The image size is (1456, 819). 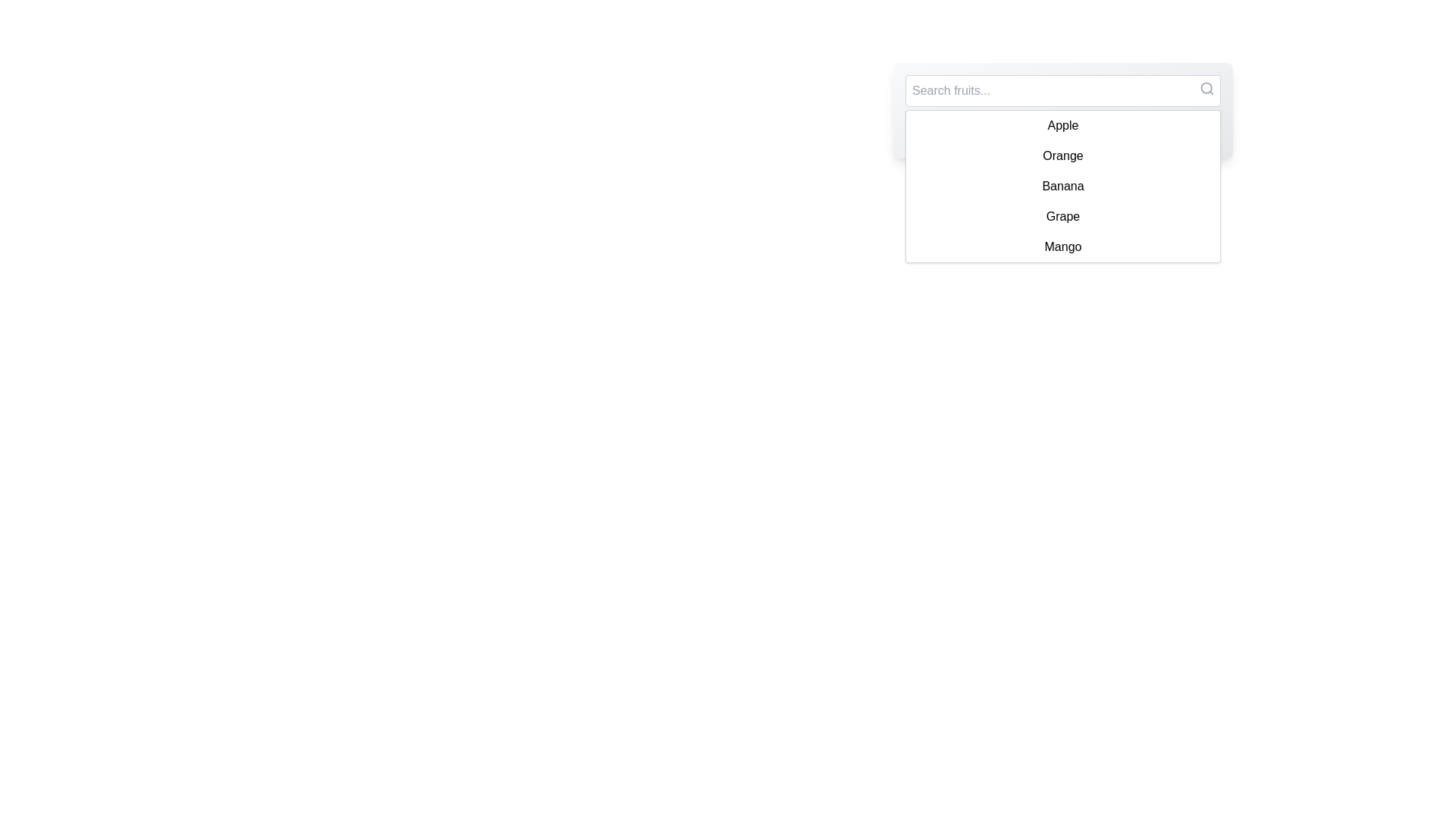 I want to click on the search indicator icon located in the top-right corner of the text input field, so click(x=1207, y=88).